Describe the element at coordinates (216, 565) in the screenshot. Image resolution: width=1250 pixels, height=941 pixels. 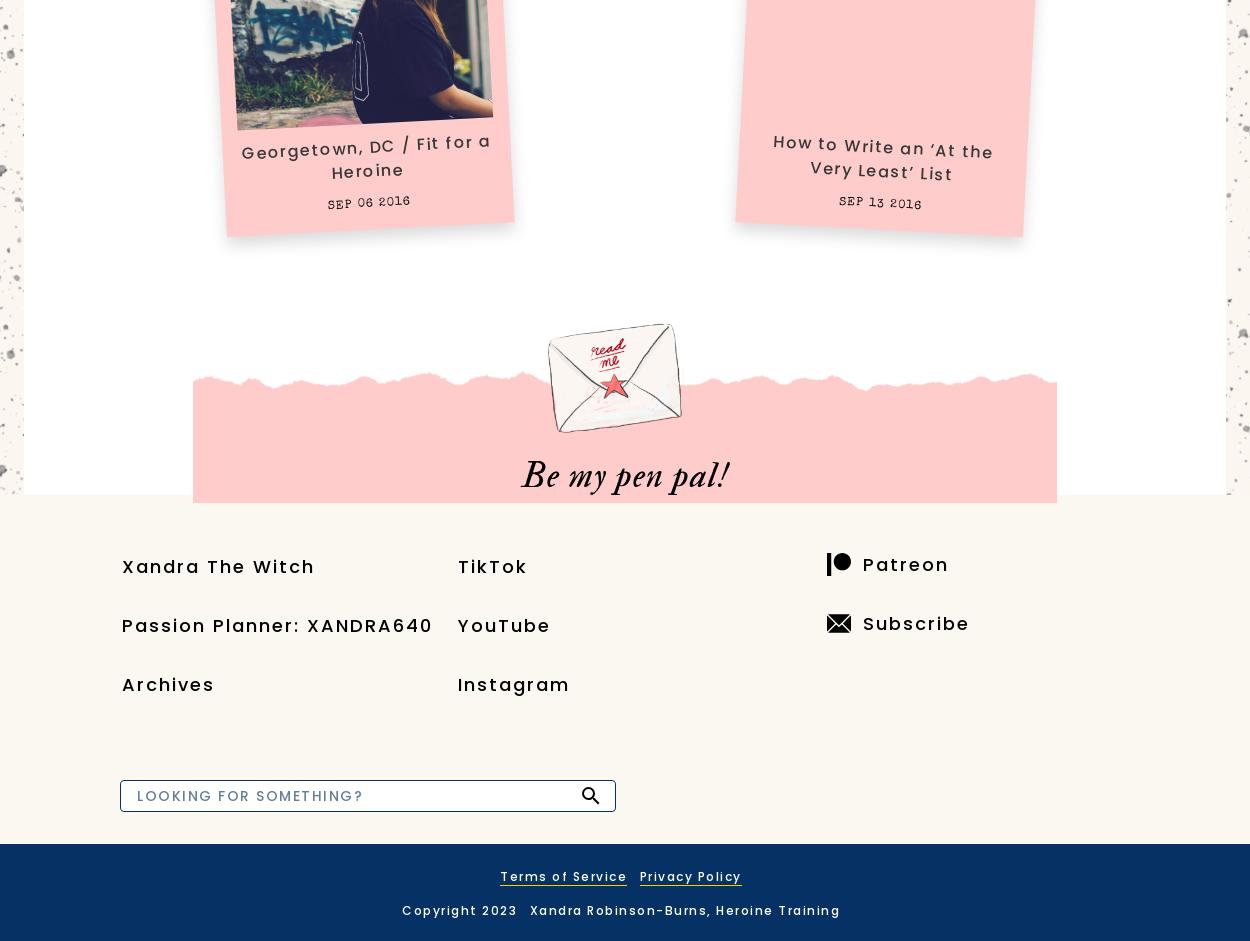
I see `'Xandra The Witch'` at that location.